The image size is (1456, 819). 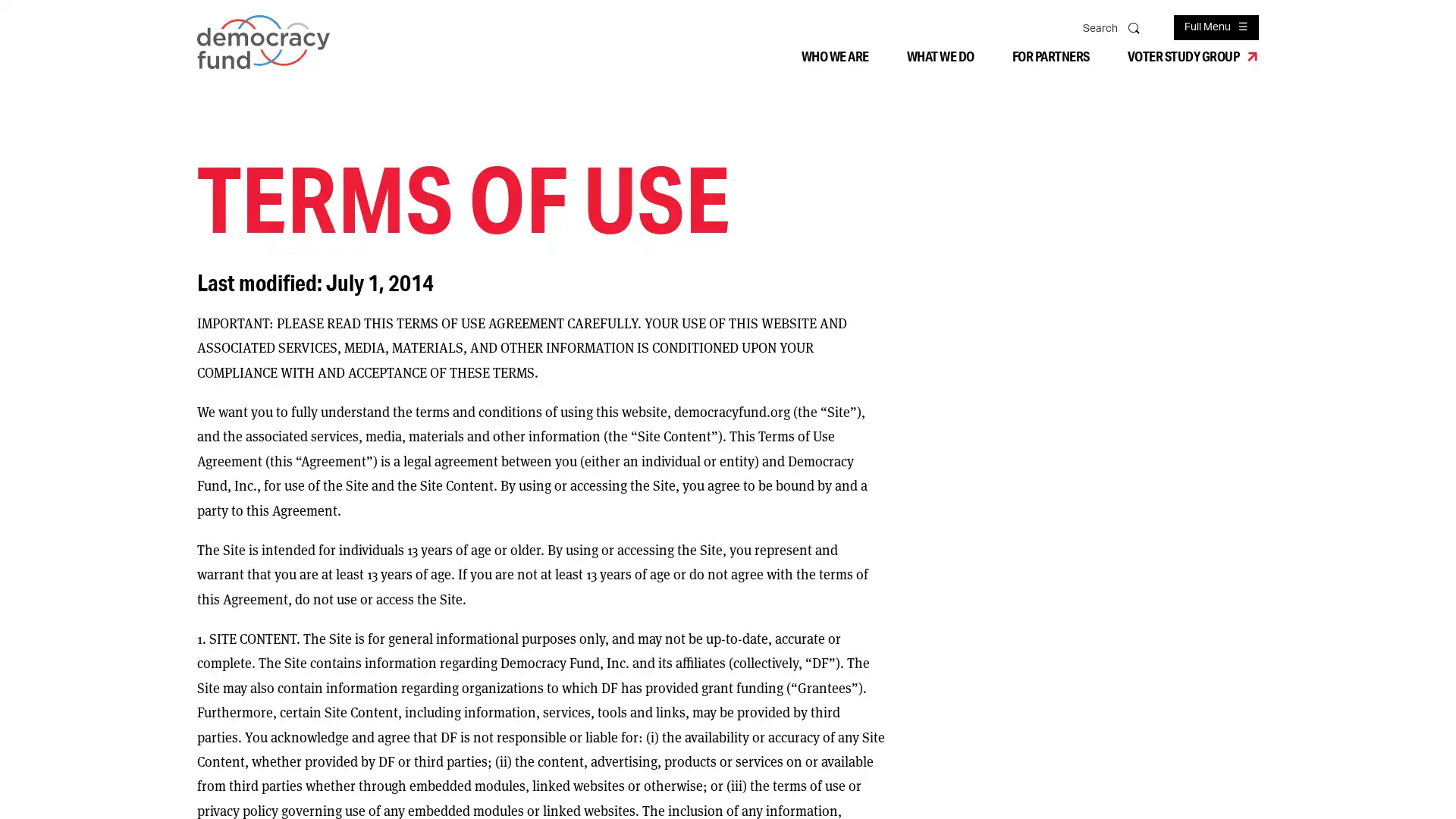 I want to click on Search, so click(x=1135, y=27).